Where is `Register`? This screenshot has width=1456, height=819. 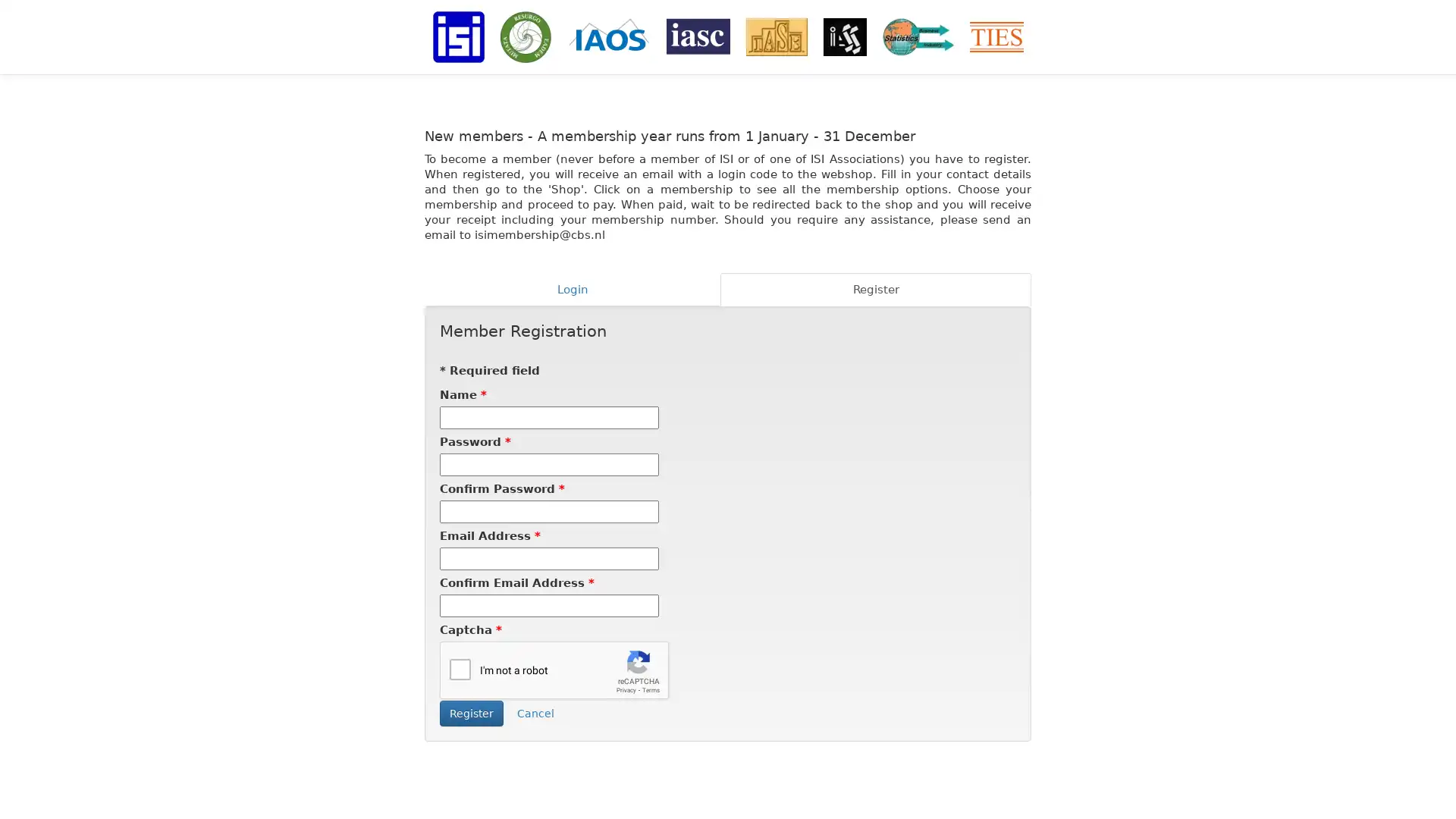 Register is located at coordinates (471, 714).